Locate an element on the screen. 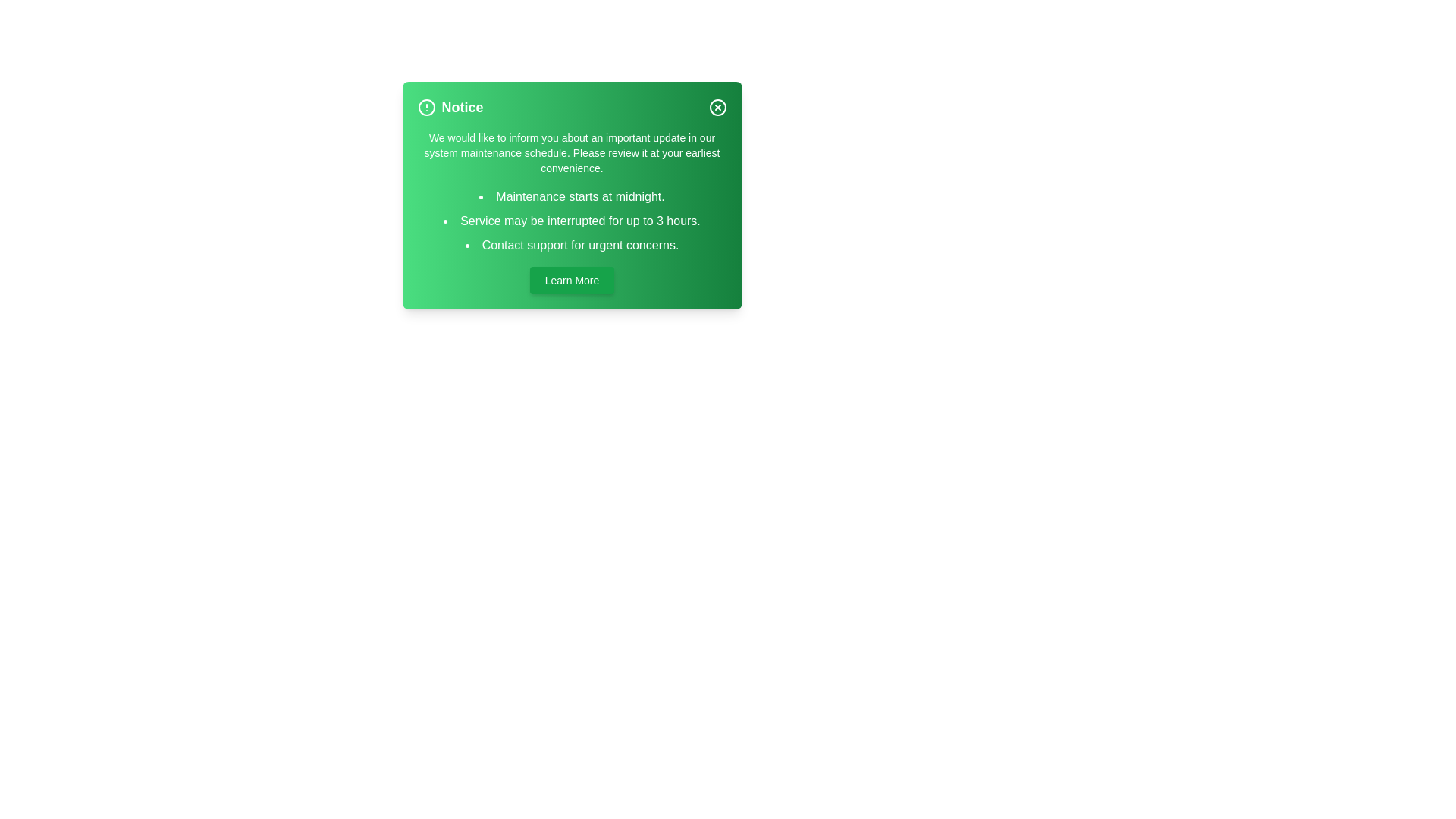 This screenshot has height=819, width=1456. the outermost circle of the close button icon located at the top-right corner of the green notification box is located at coordinates (717, 107).